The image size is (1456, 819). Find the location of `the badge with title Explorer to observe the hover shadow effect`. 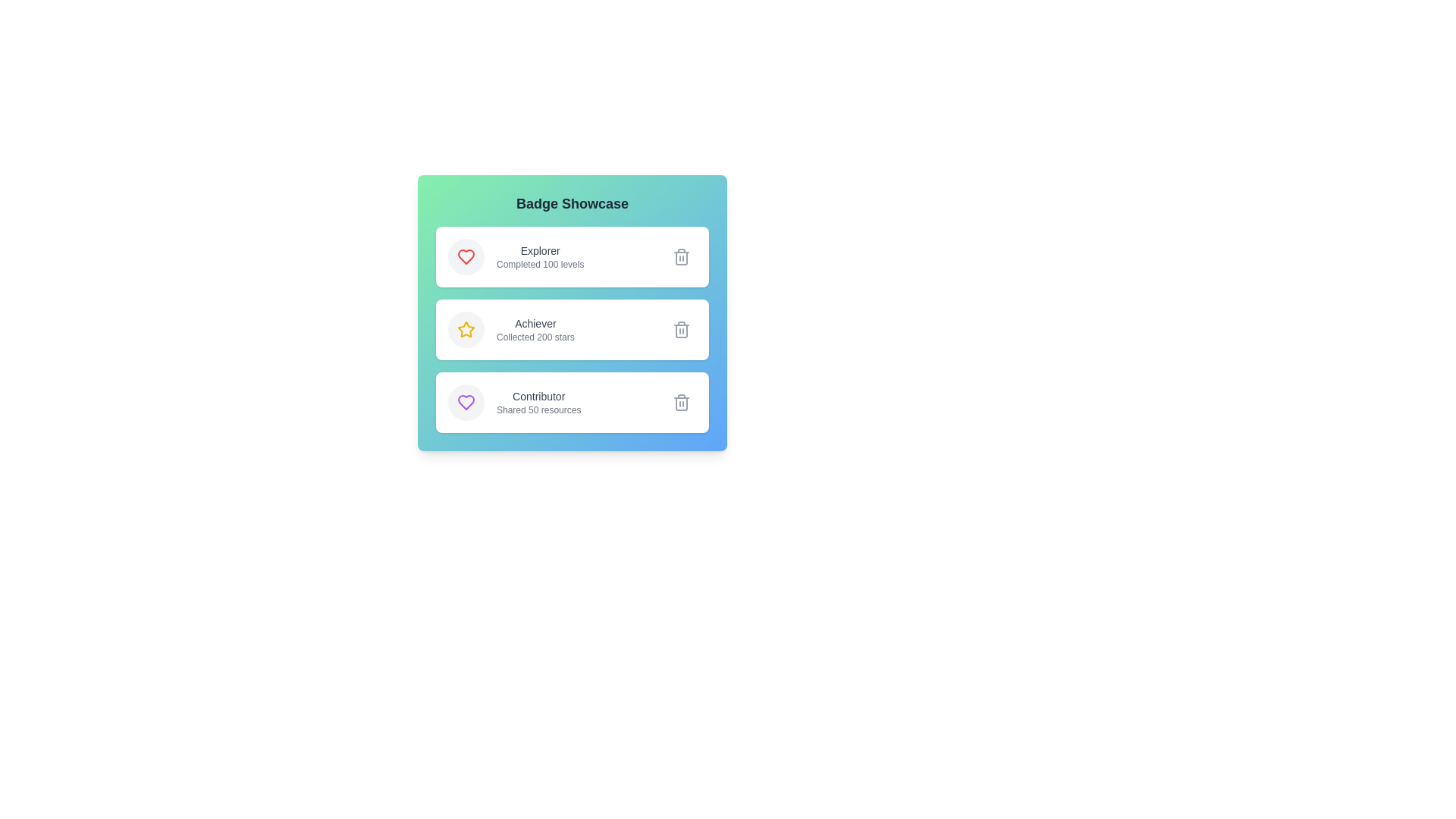

the badge with title Explorer to observe the hover shadow effect is located at coordinates (571, 256).